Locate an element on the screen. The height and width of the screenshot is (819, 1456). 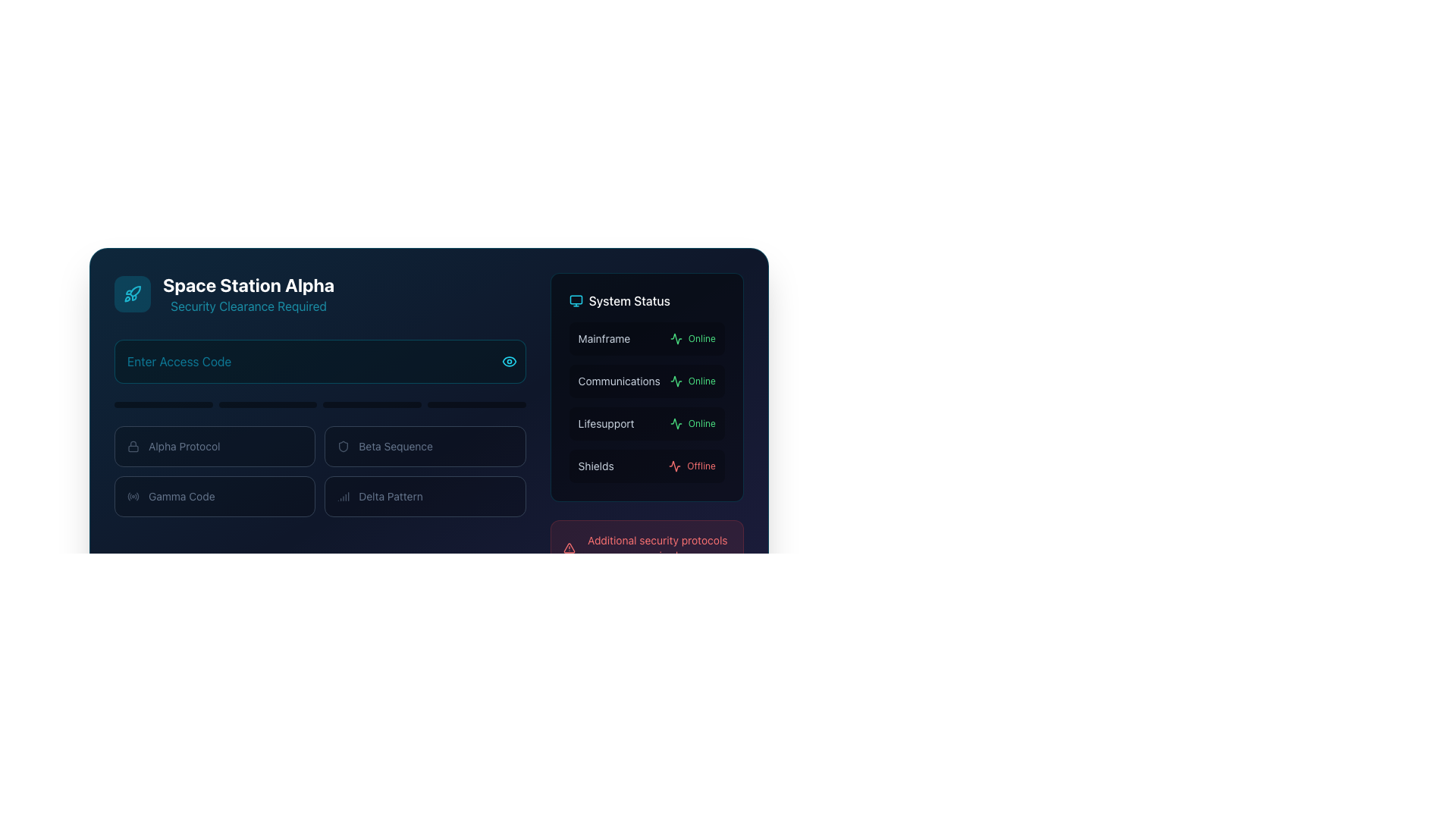
the 'Communications' system status indicator, which shows 'Online' with a green marker, located as the second item under 'System Status' is located at coordinates (647, 402).